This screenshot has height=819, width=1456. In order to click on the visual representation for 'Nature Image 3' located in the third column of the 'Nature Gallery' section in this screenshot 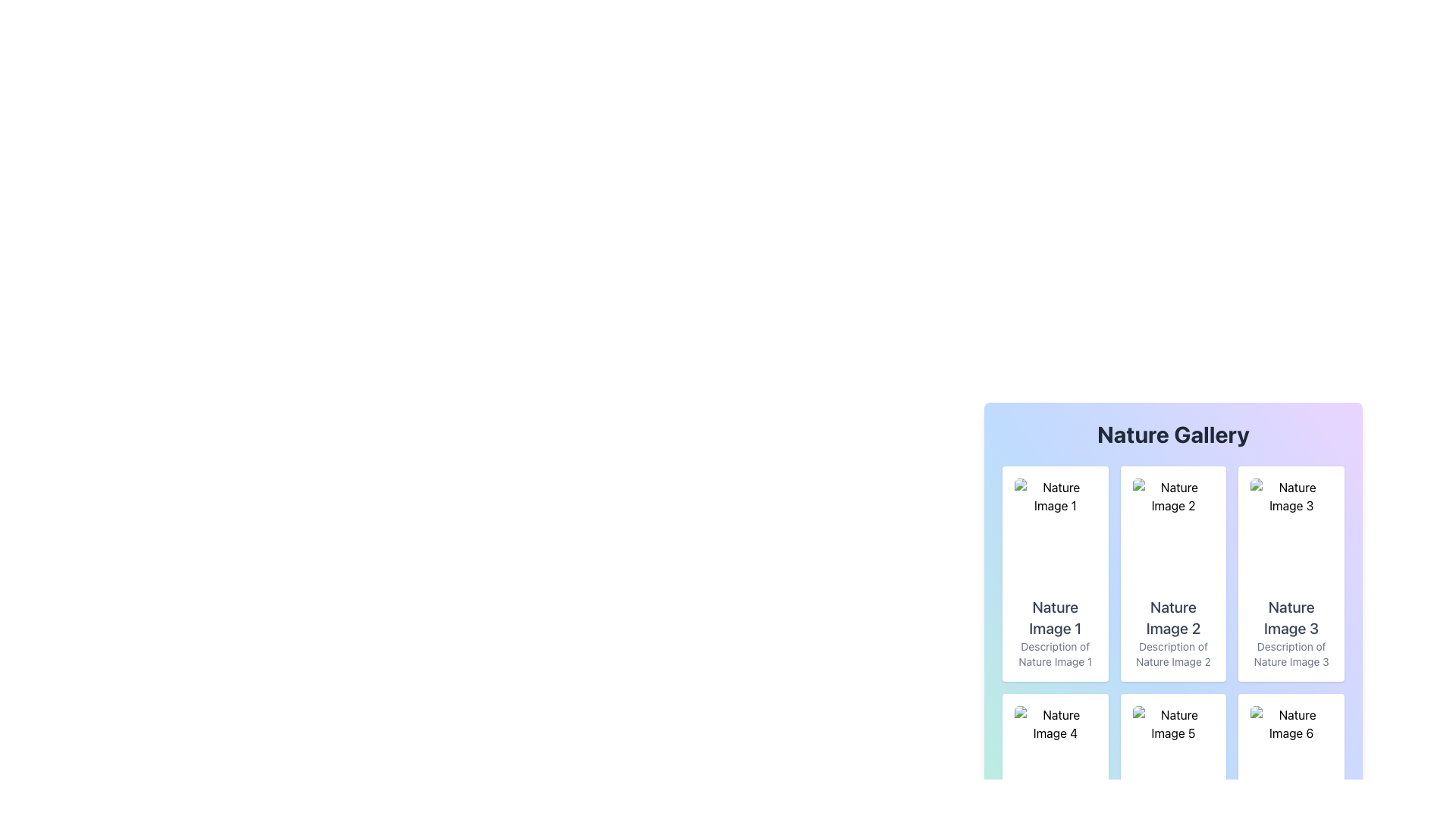, I will do `click(1291, 532)`.